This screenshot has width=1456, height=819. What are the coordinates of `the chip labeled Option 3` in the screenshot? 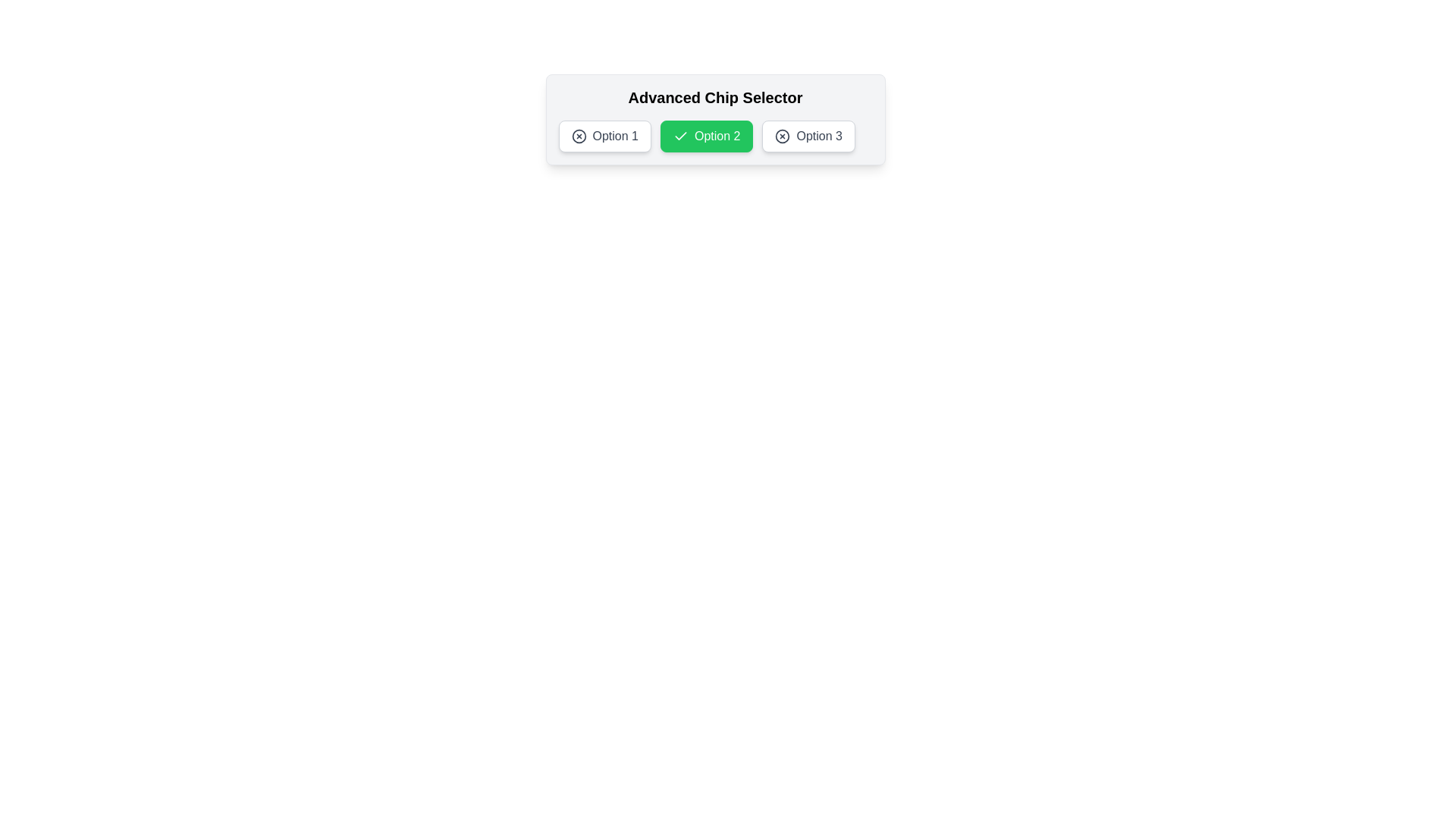 It's located at (808, 136).